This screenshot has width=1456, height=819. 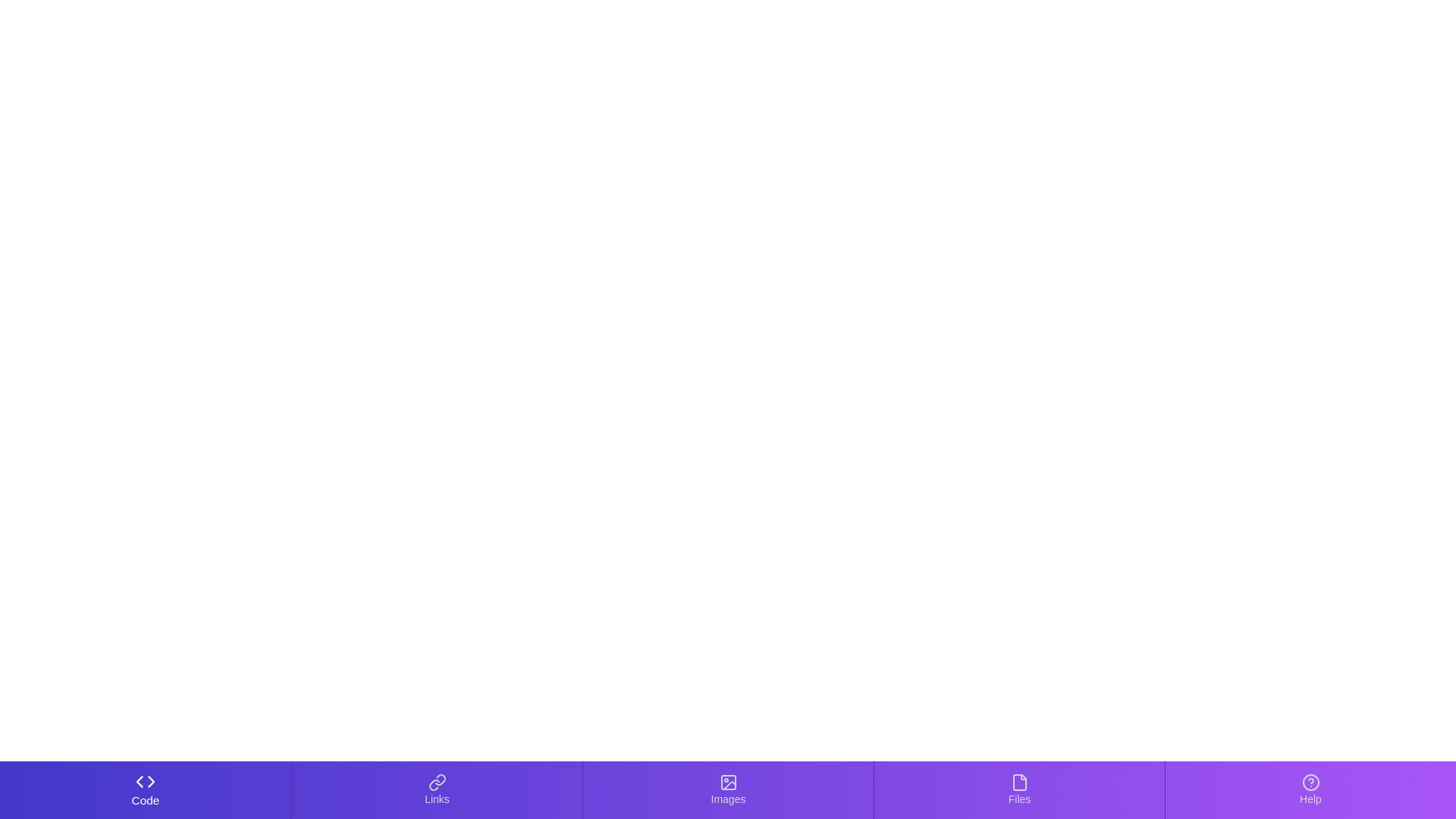 What do you see at coordinates (1019, 789) in the screenshot?
I see `the Files tab to activate it` at bounding box center [1019, 789].